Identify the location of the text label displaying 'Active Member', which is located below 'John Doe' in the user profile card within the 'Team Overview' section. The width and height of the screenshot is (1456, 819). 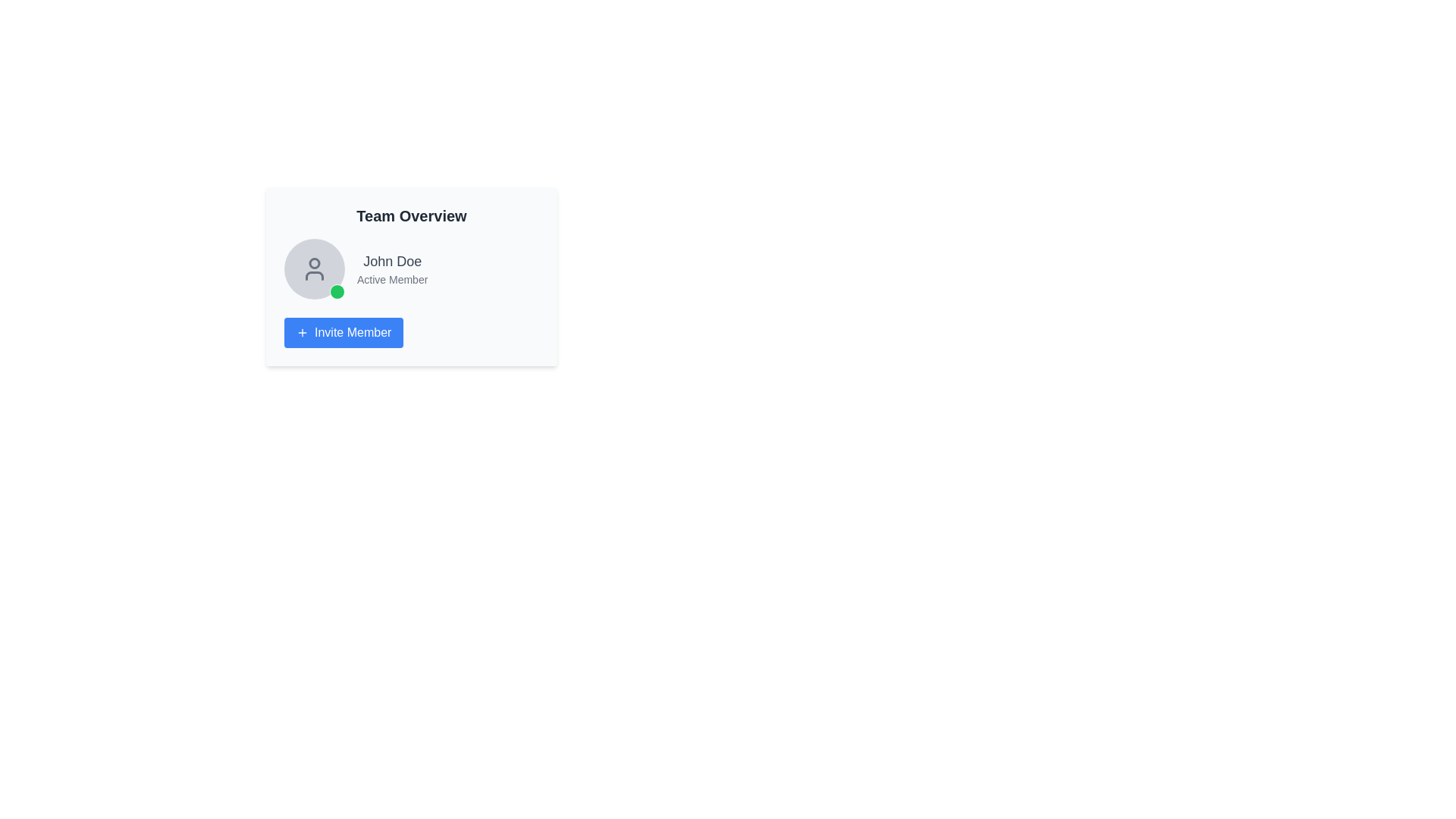
(392, 280).